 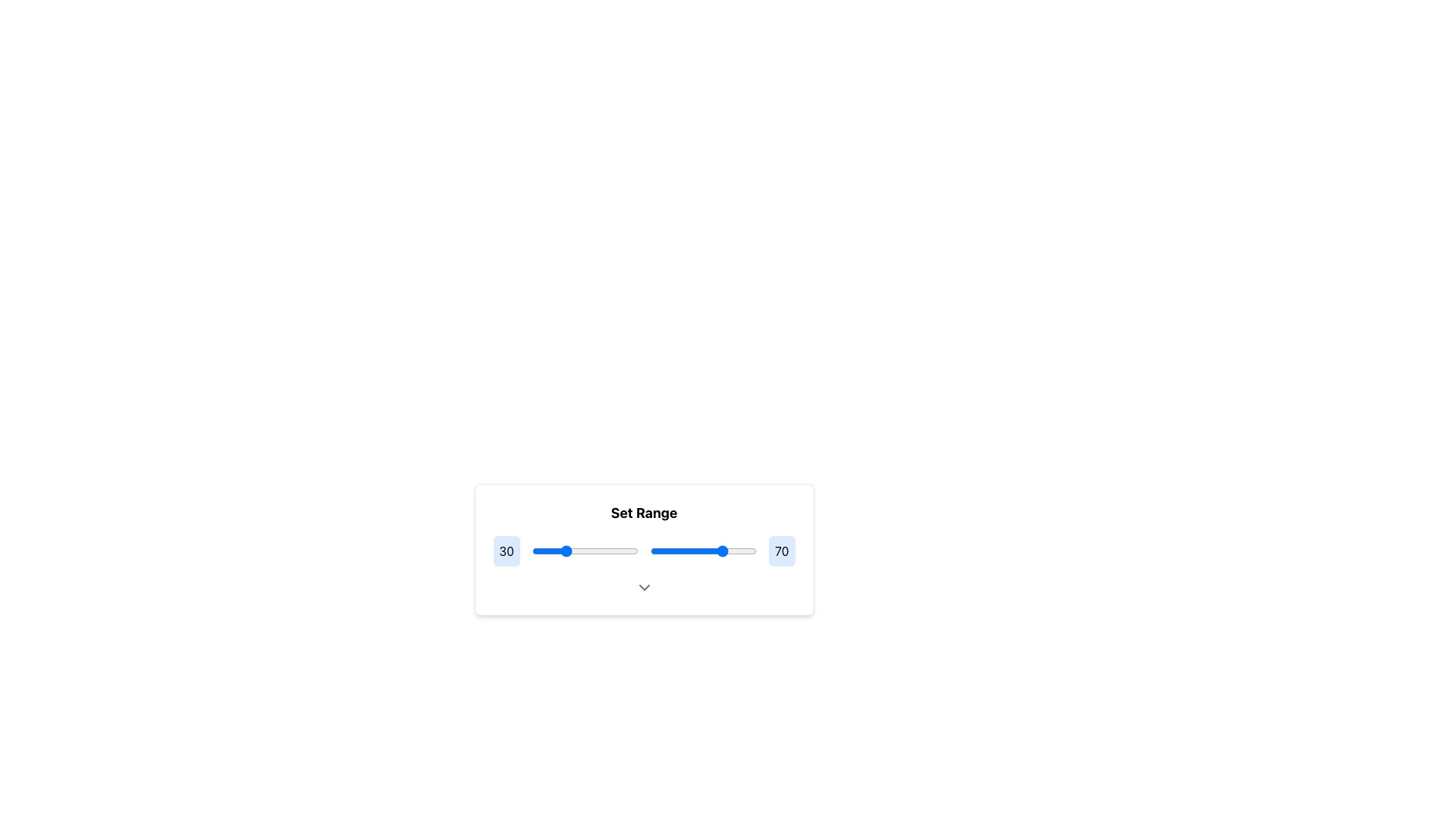 What do you see at coordinates (720, 551) in the screenshot?
I see `the slider value` at bounding box center [720, 551].